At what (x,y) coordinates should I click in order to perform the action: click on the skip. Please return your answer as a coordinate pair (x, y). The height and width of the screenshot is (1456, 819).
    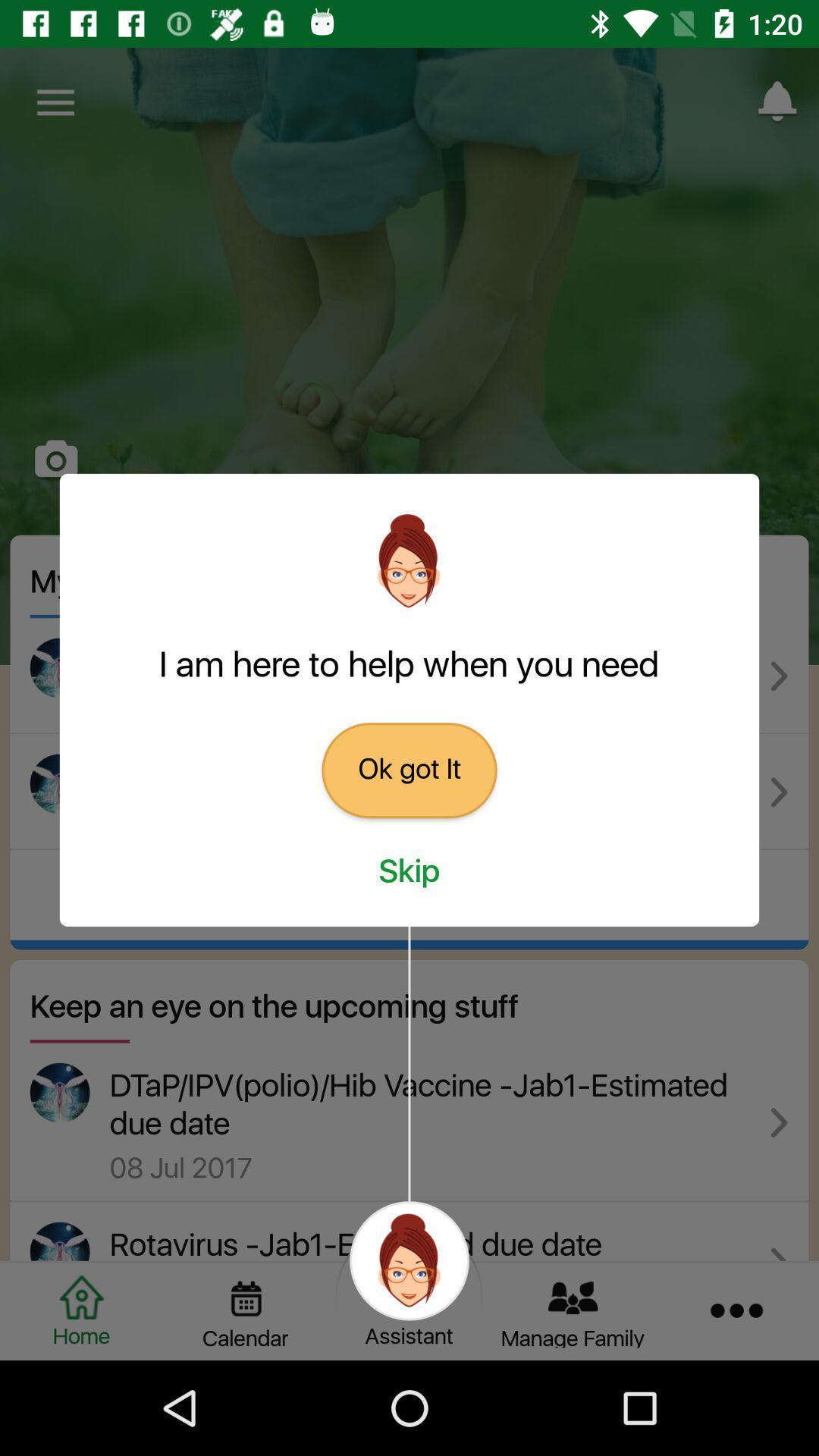
    Looking at the image, I should click on (409, 872).